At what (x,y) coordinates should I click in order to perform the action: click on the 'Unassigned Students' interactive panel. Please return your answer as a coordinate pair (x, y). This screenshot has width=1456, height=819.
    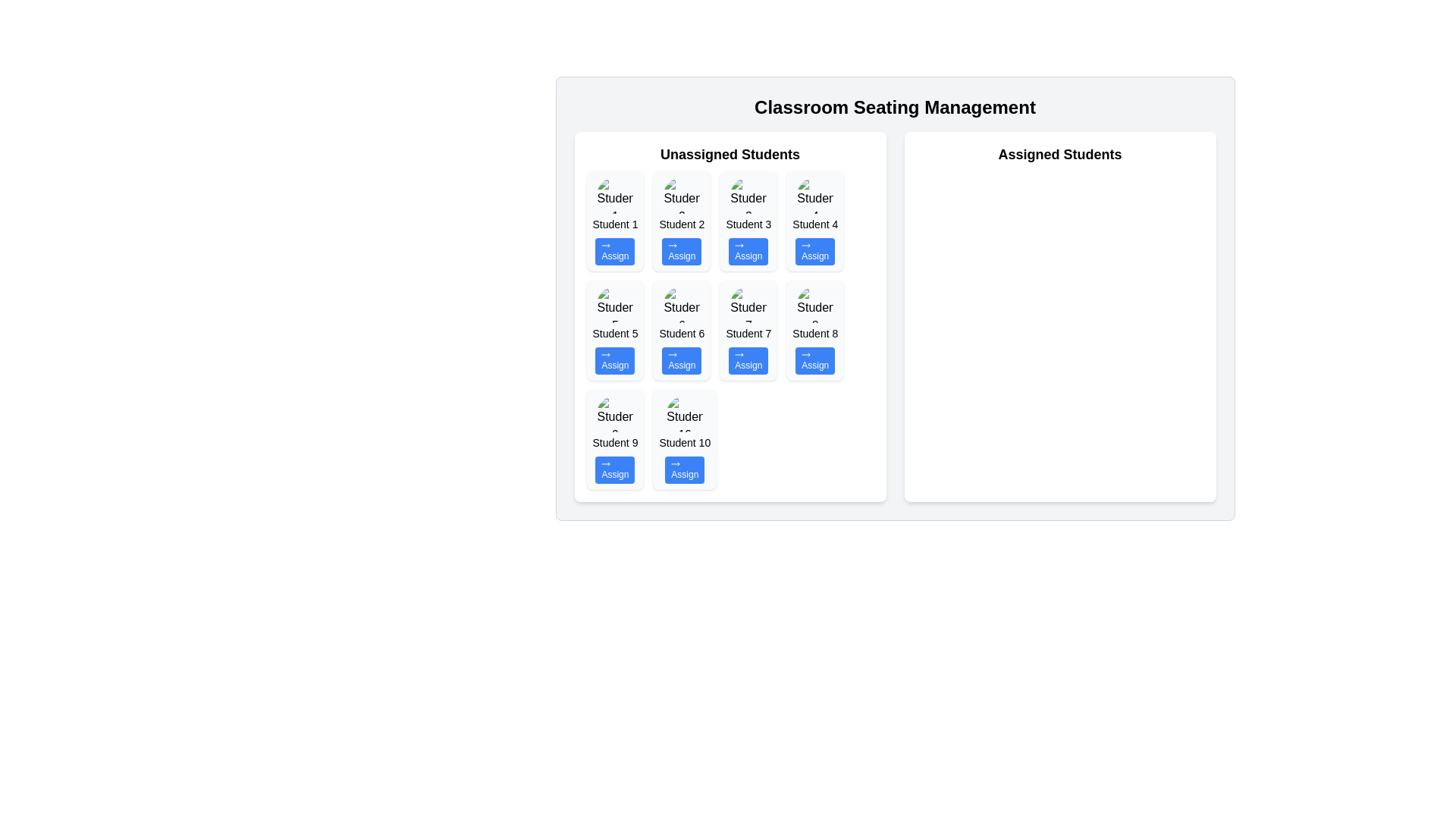
    Looking at the image, I should click on (730, 315).